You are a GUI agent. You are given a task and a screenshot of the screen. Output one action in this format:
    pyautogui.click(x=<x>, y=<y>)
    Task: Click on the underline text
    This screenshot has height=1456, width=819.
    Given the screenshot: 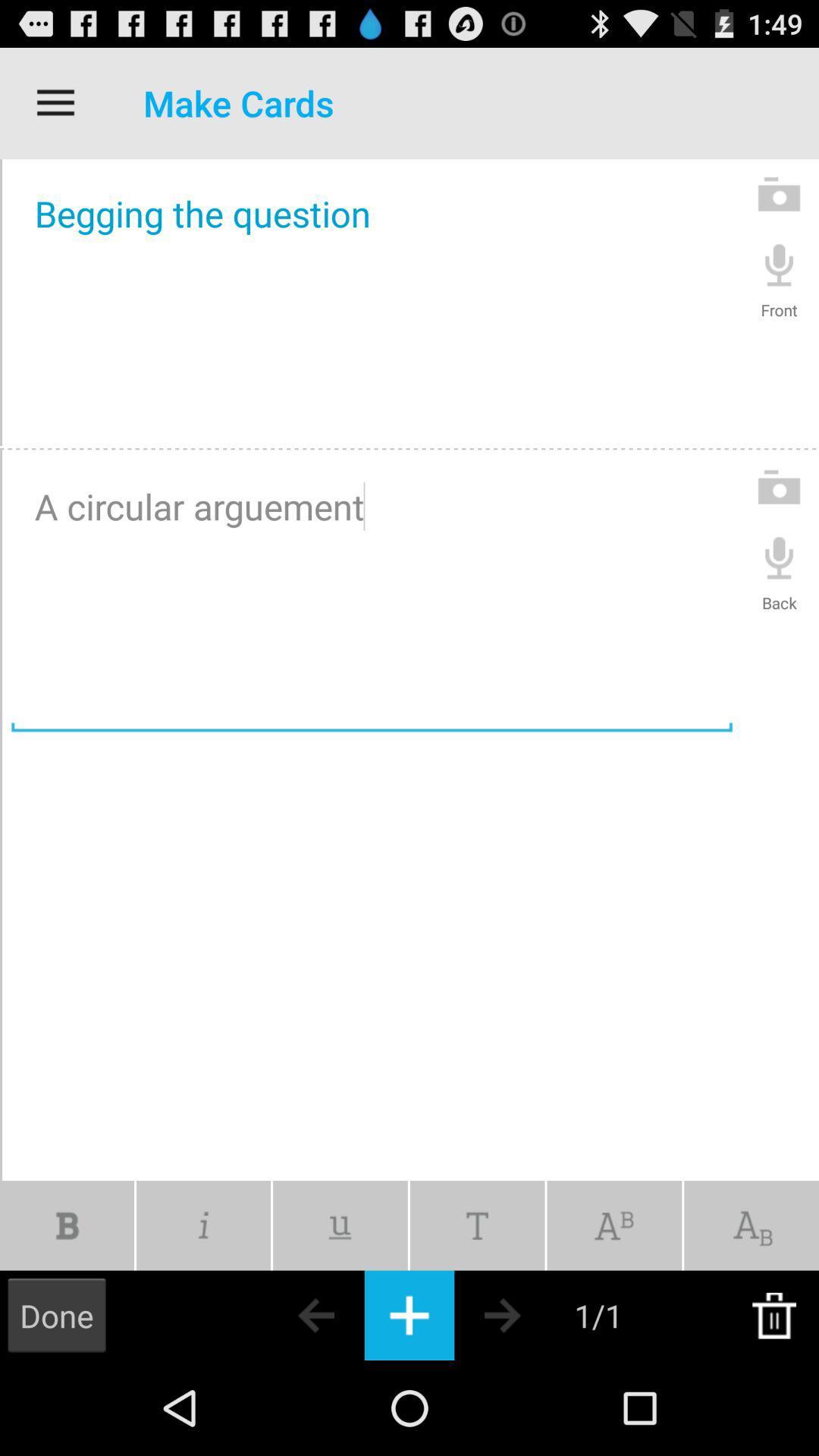 What is the action you would take?
    pyautogui.click(x=339, y=1225)
    